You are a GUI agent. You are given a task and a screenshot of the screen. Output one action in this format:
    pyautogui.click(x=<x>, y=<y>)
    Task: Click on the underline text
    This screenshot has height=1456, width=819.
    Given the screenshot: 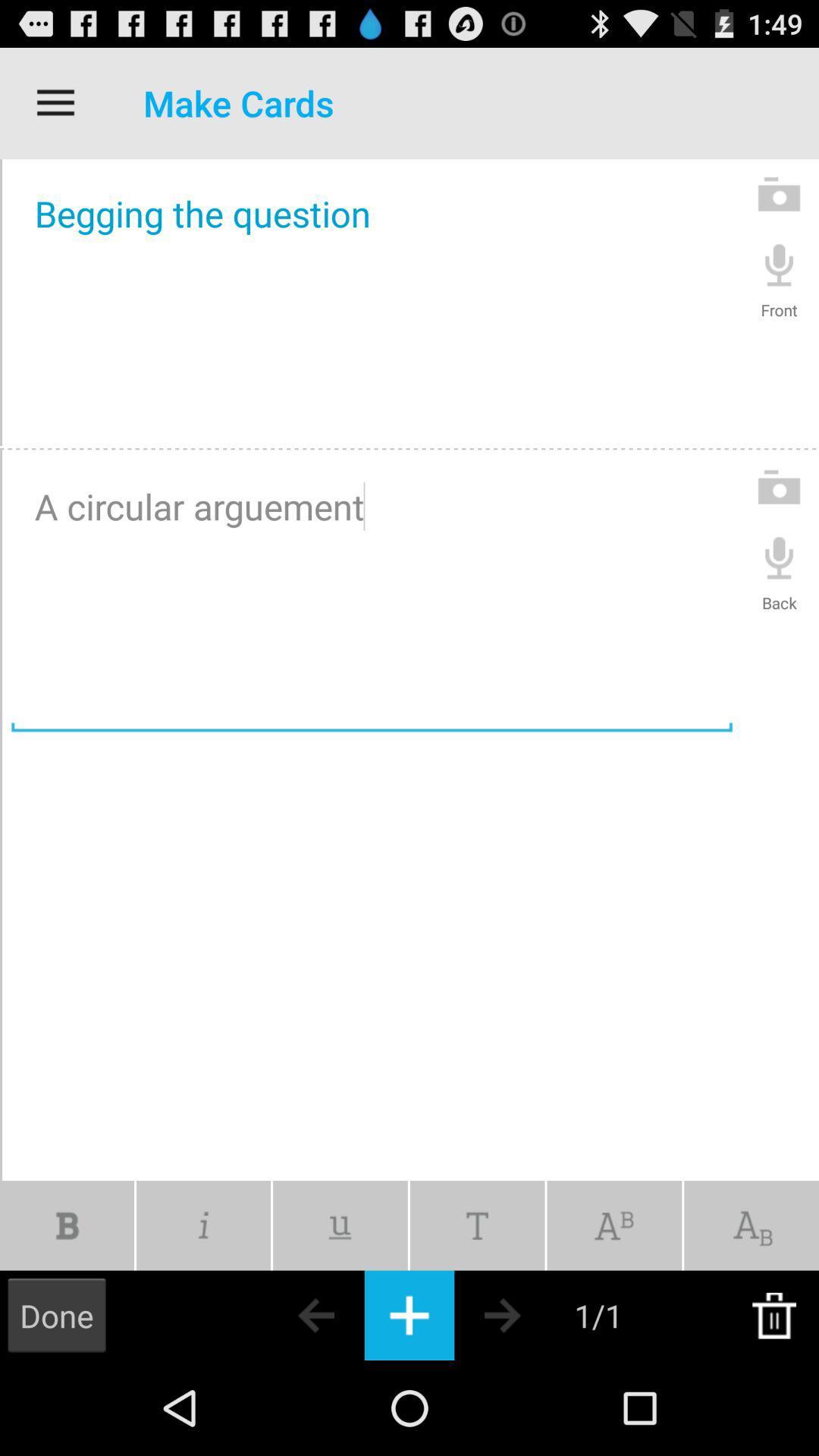 What is the action you would take?
    pyautogui.click(x=339, y=1225)
    